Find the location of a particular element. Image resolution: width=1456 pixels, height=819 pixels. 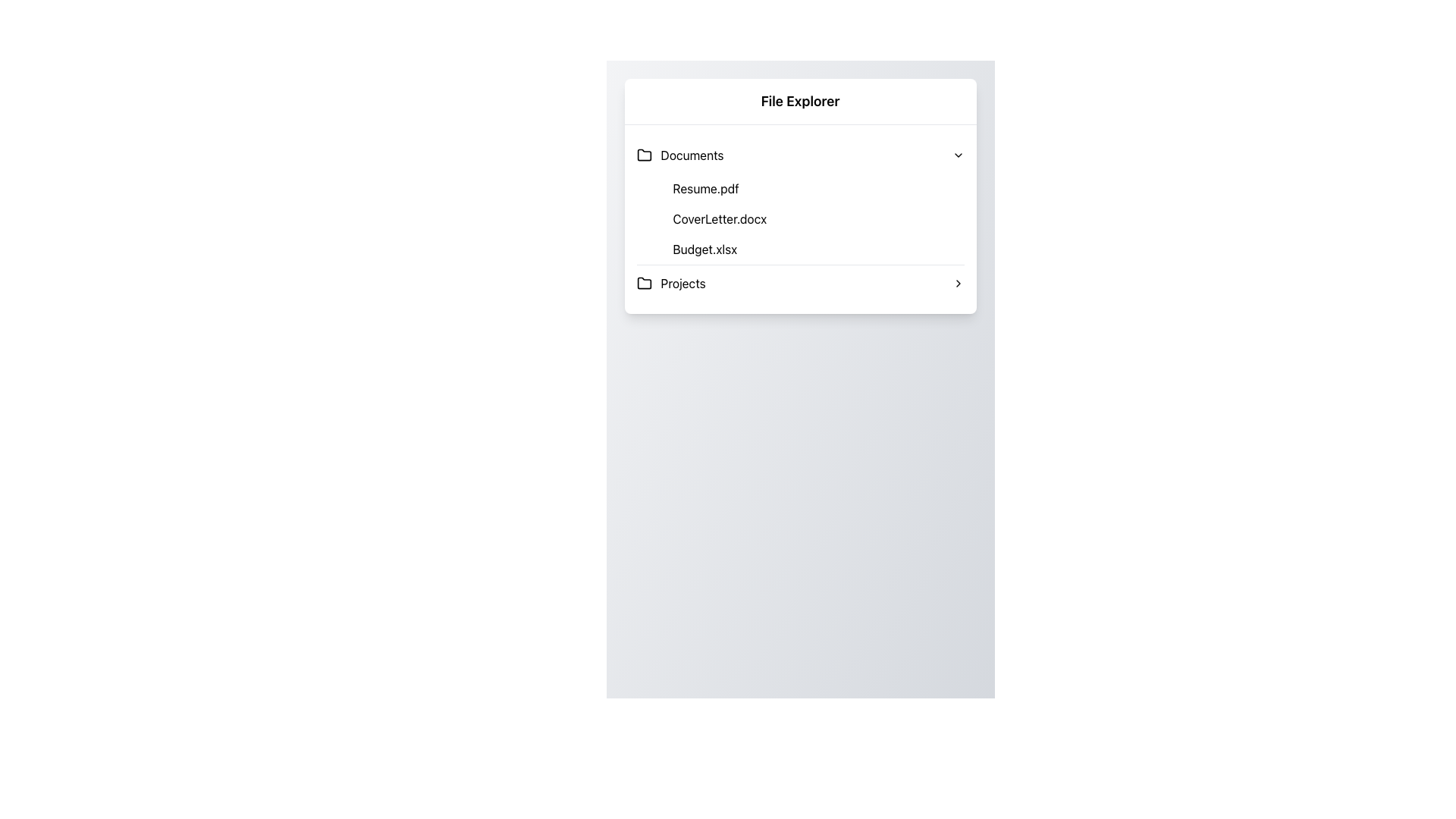

the 'Projects' label in the file explorer, which is the third visible row containing a folder icon and a right-pointing arrow is located at coordinates (682, 284).